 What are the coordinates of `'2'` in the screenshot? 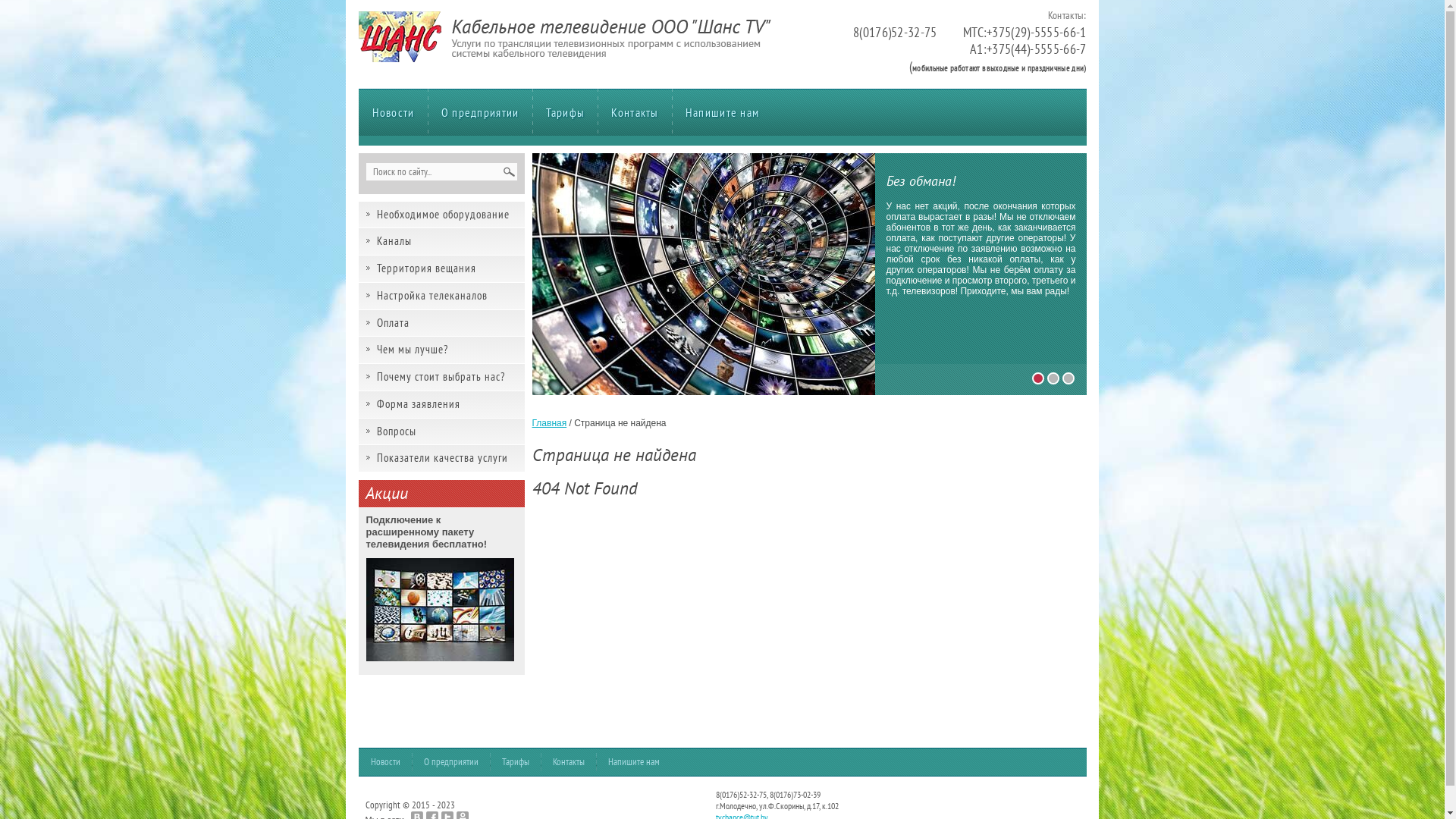 It's located at (1052, 377).